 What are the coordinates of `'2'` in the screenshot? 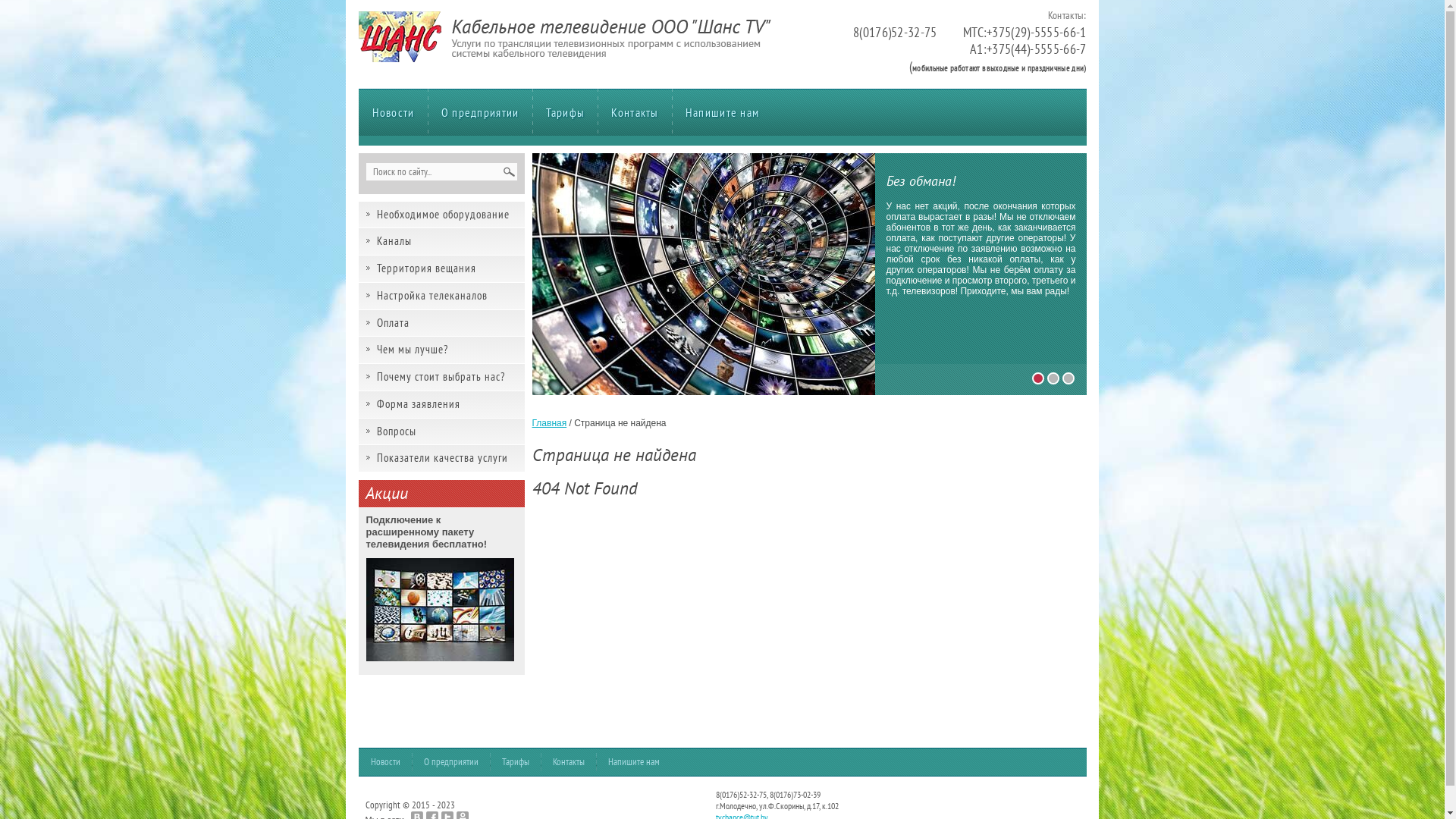 It's located at (1052, 377).